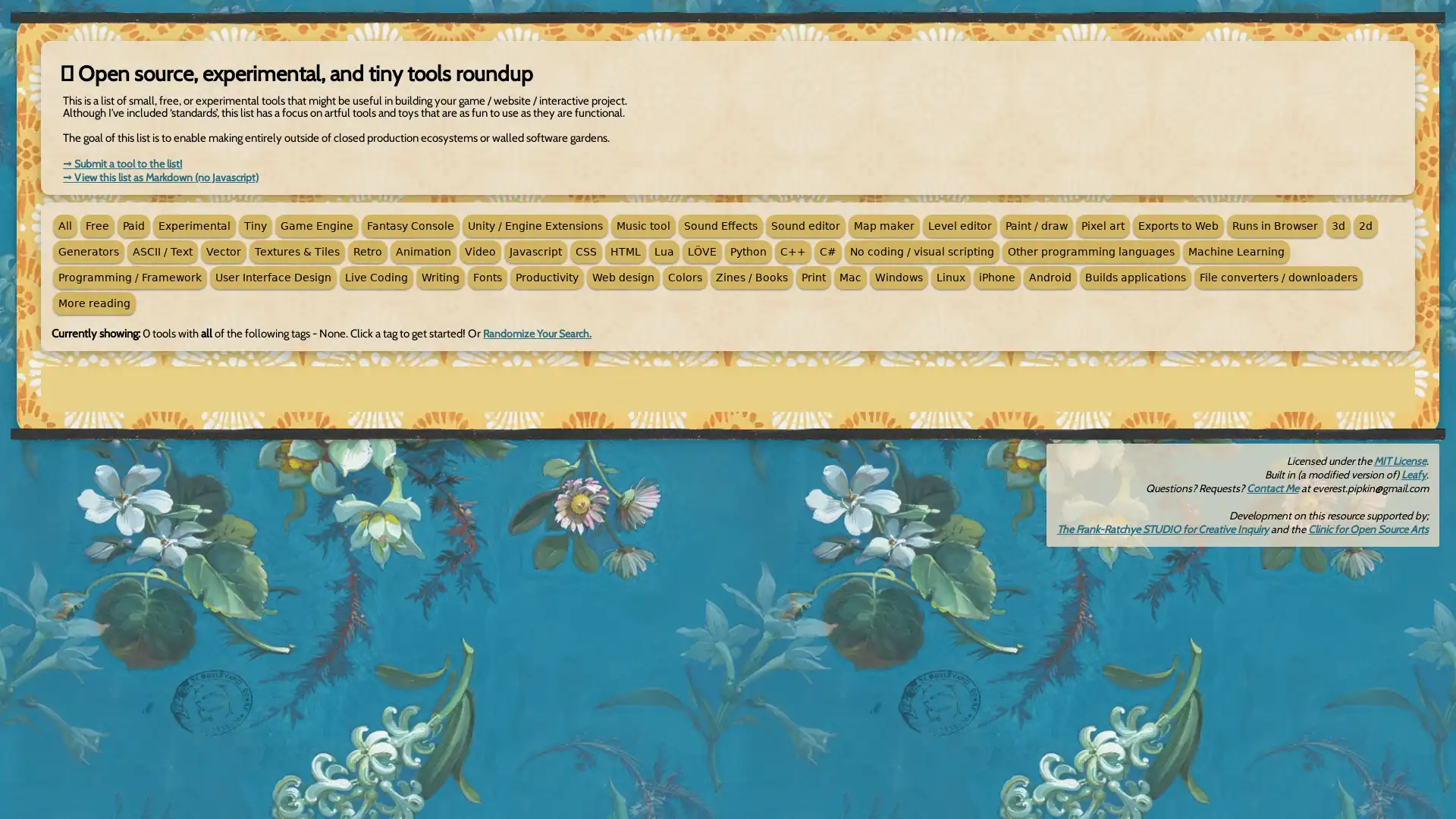 This screenshot has height=819, width=1456. I want to click on Javascript, so click(535, 250).